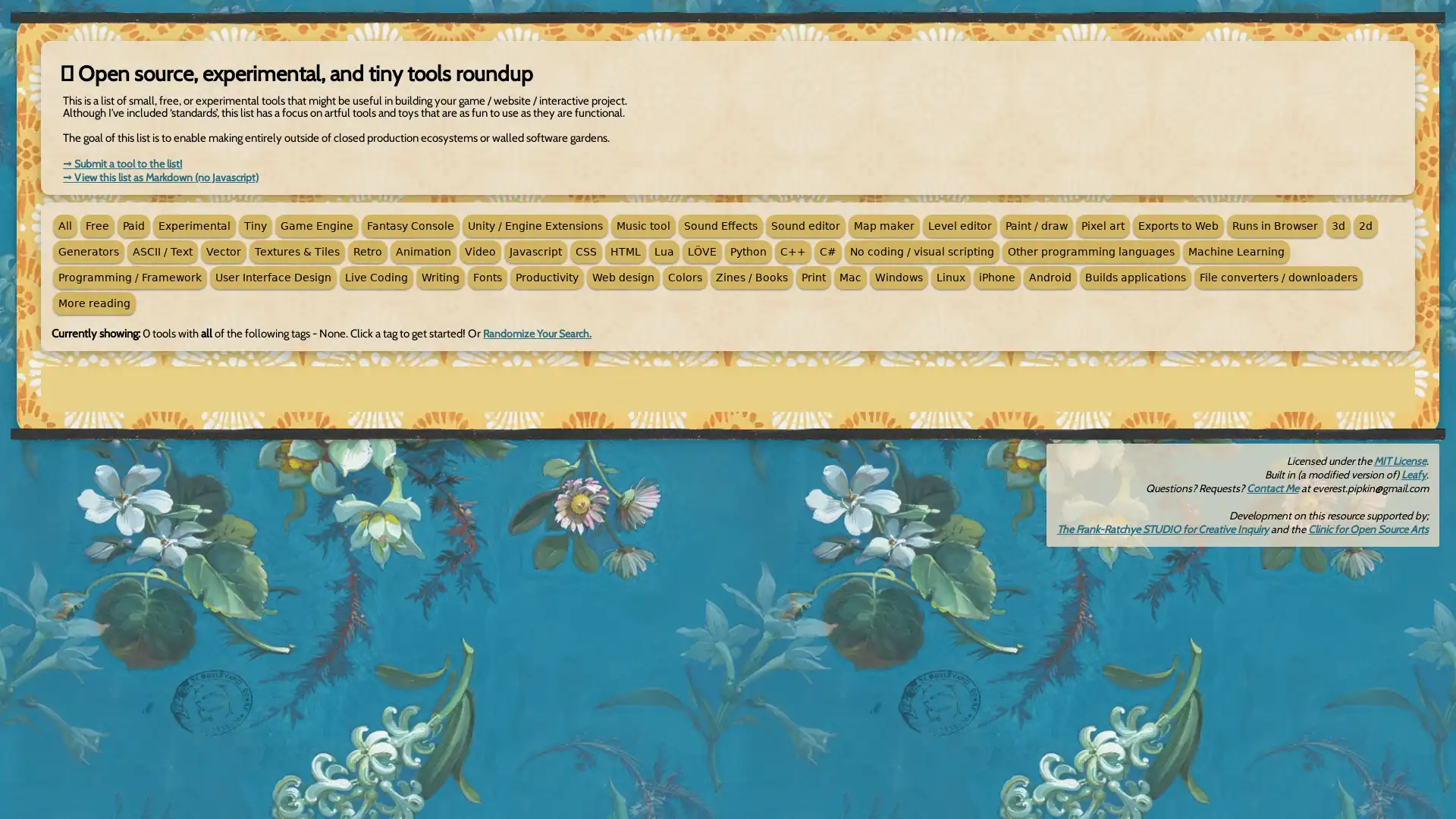 This screenshot has height=819, width=1456. I want to click on Javascript, so click(535, 250).